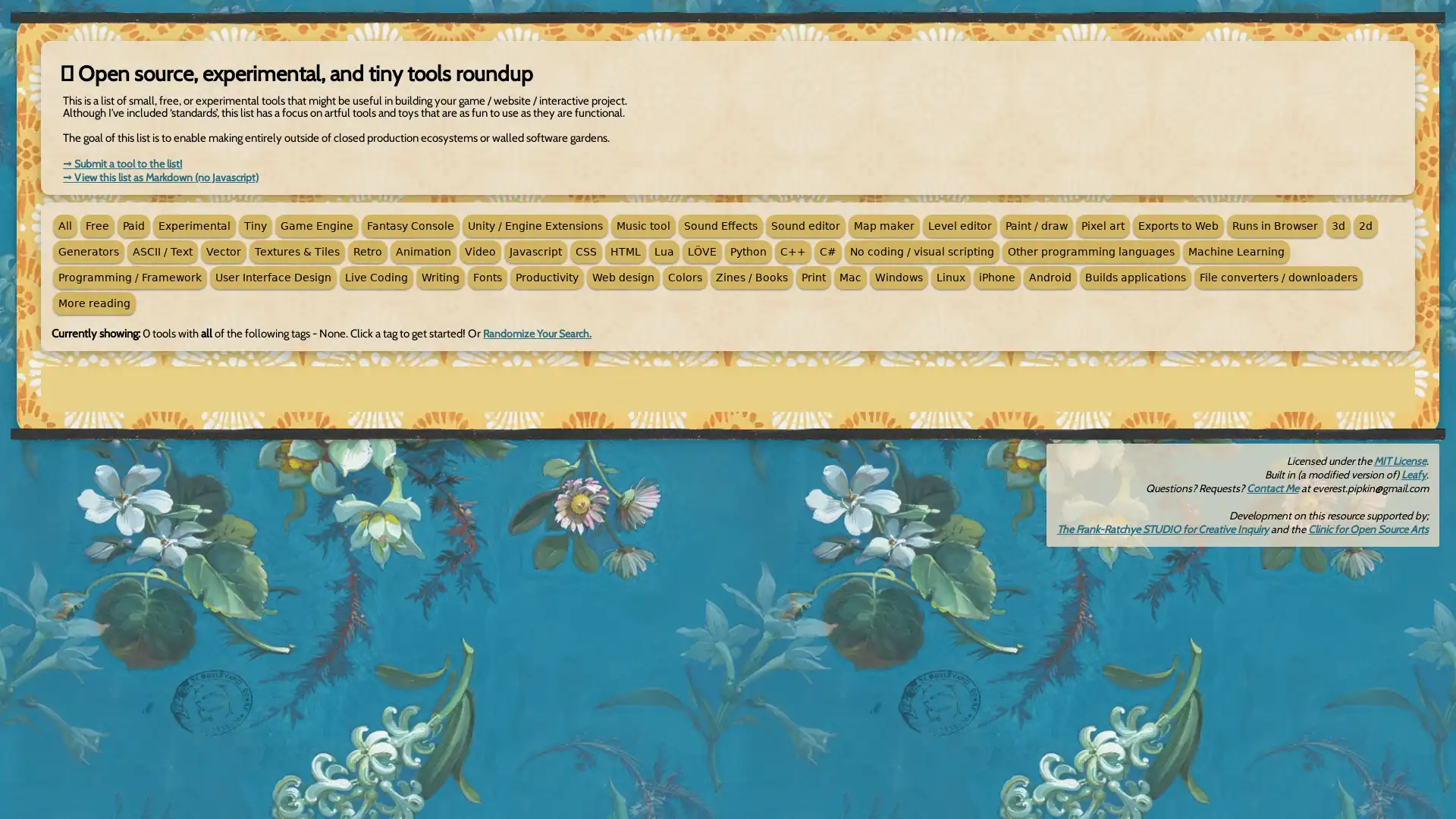 This screenshot has height=819, width=1456. I want to click on Javascript, so click(535, 250).